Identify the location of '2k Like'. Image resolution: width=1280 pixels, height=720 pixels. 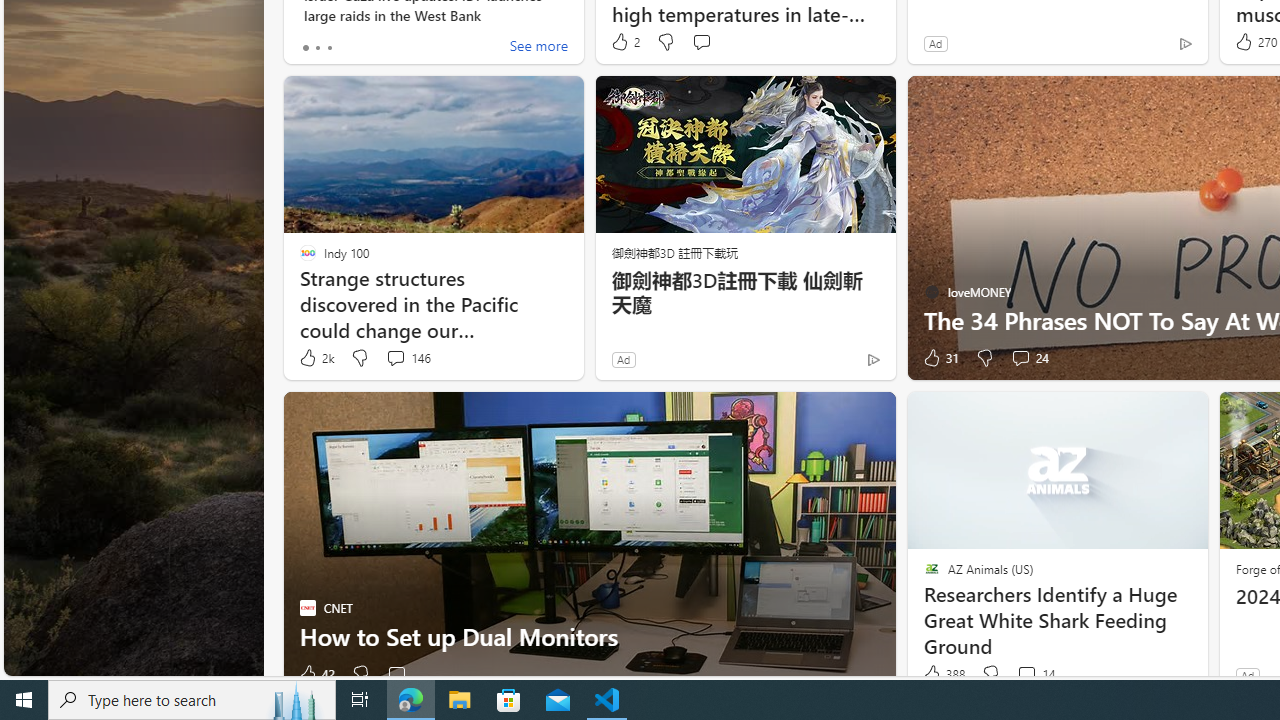
(314, 357).